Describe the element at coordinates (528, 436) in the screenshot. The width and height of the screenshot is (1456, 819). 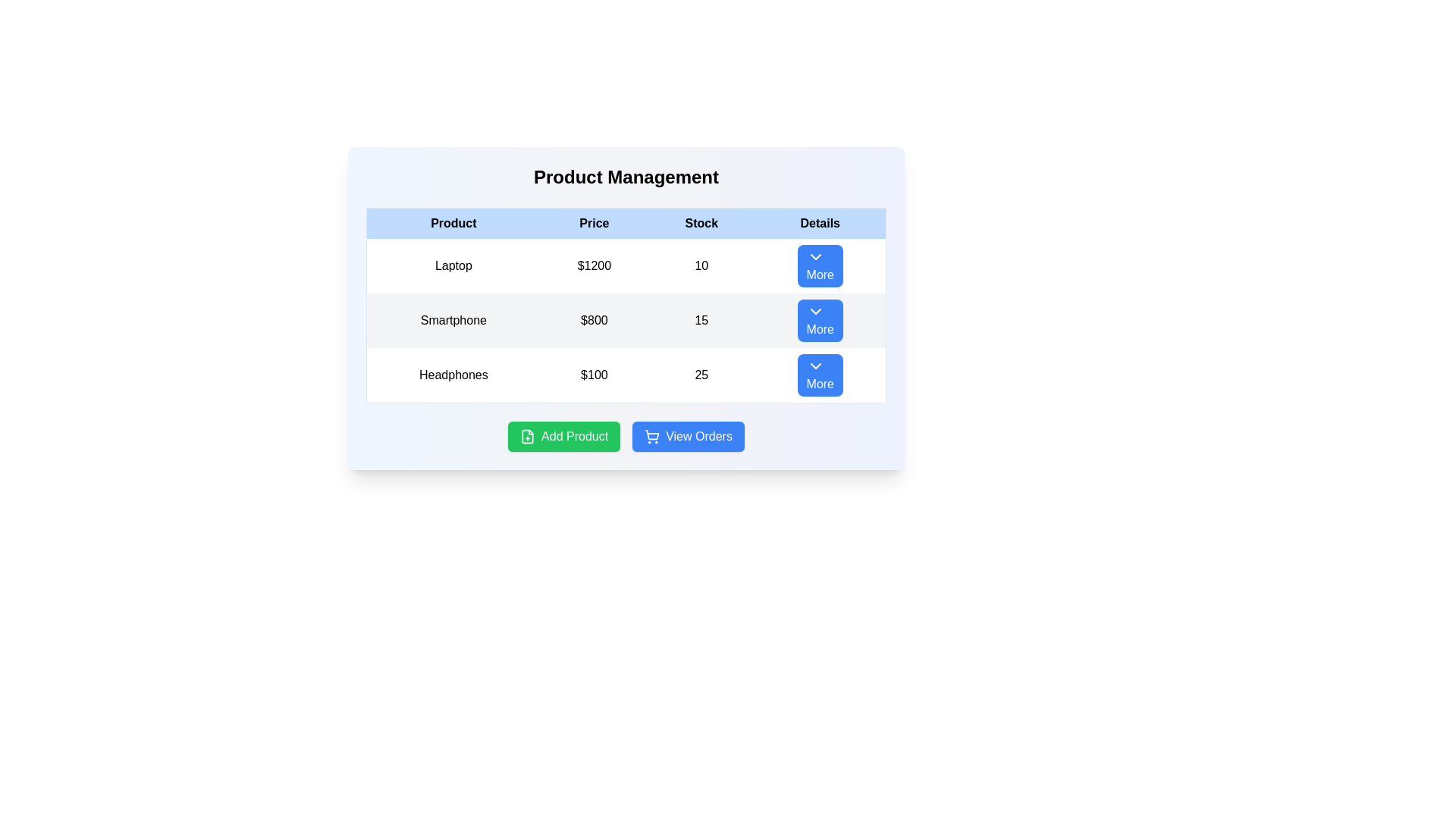
I see `the green document icon with a plus sign, located within the 'Add Product' button in the footer section of the interface` at that location.